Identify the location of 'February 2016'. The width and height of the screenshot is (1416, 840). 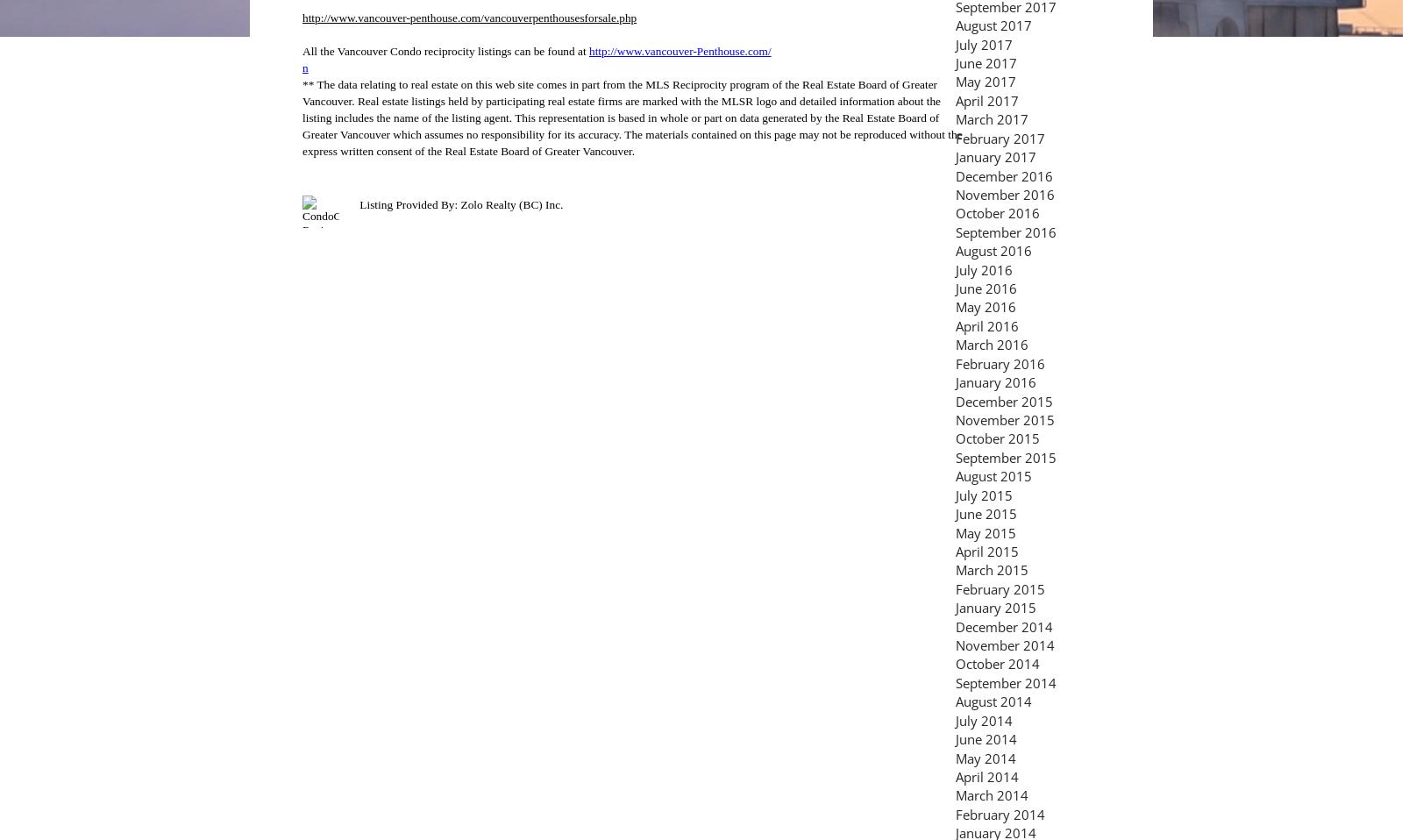
(1000, 363).